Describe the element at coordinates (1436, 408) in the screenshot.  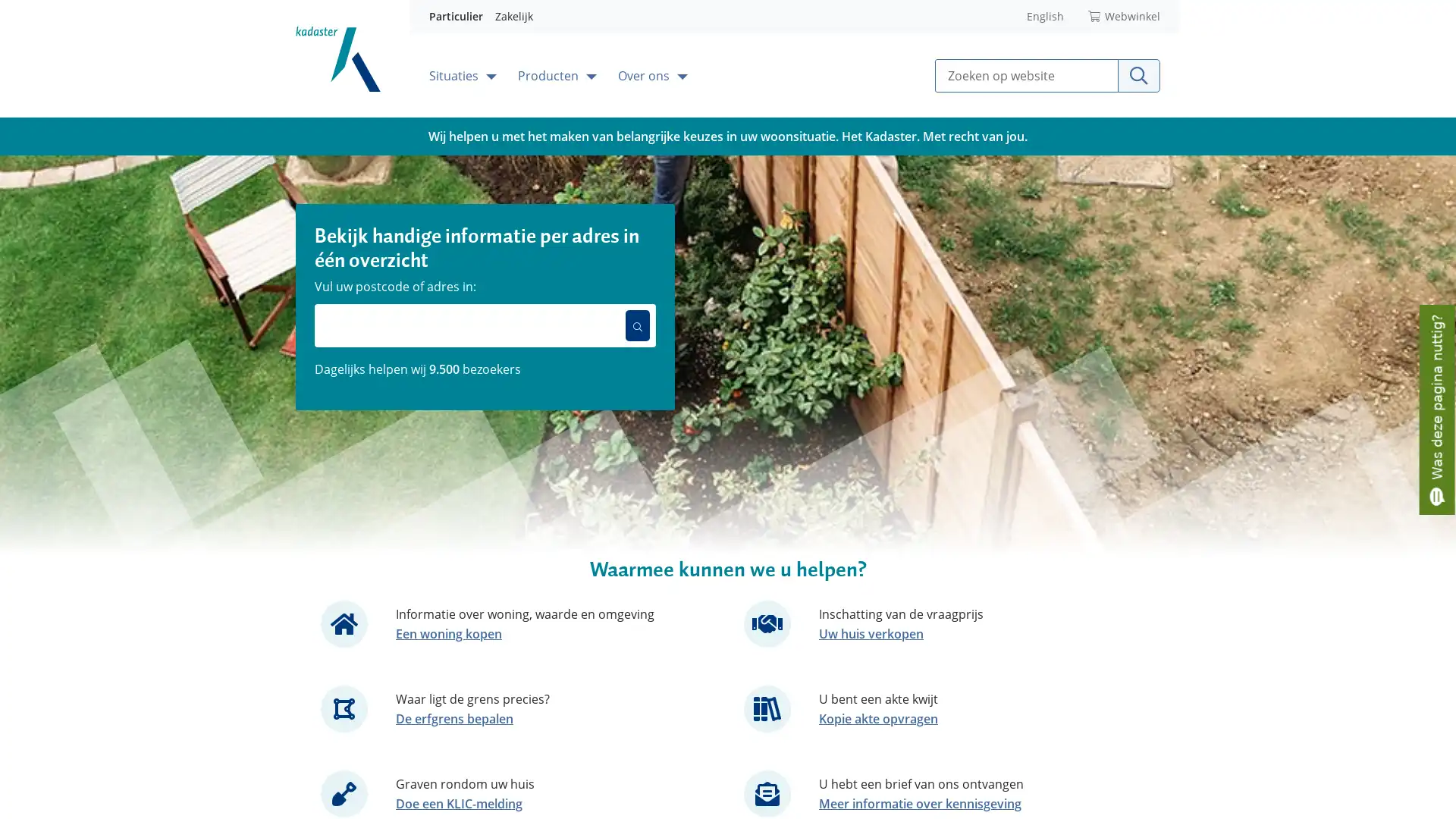
I see `Was deze pagina nuttig?` at that location.